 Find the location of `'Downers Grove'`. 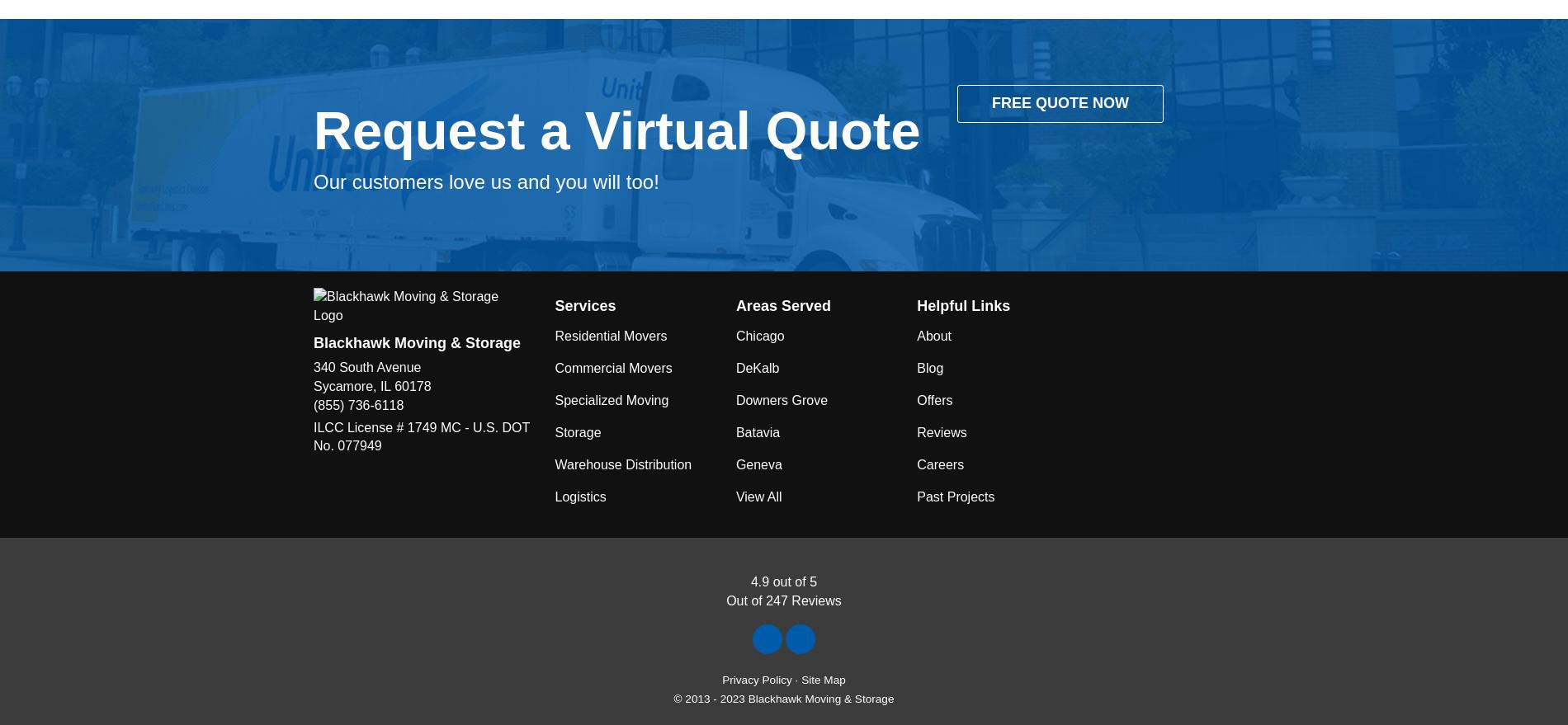

'Downers Grove' is located at coordinates (780, 399).